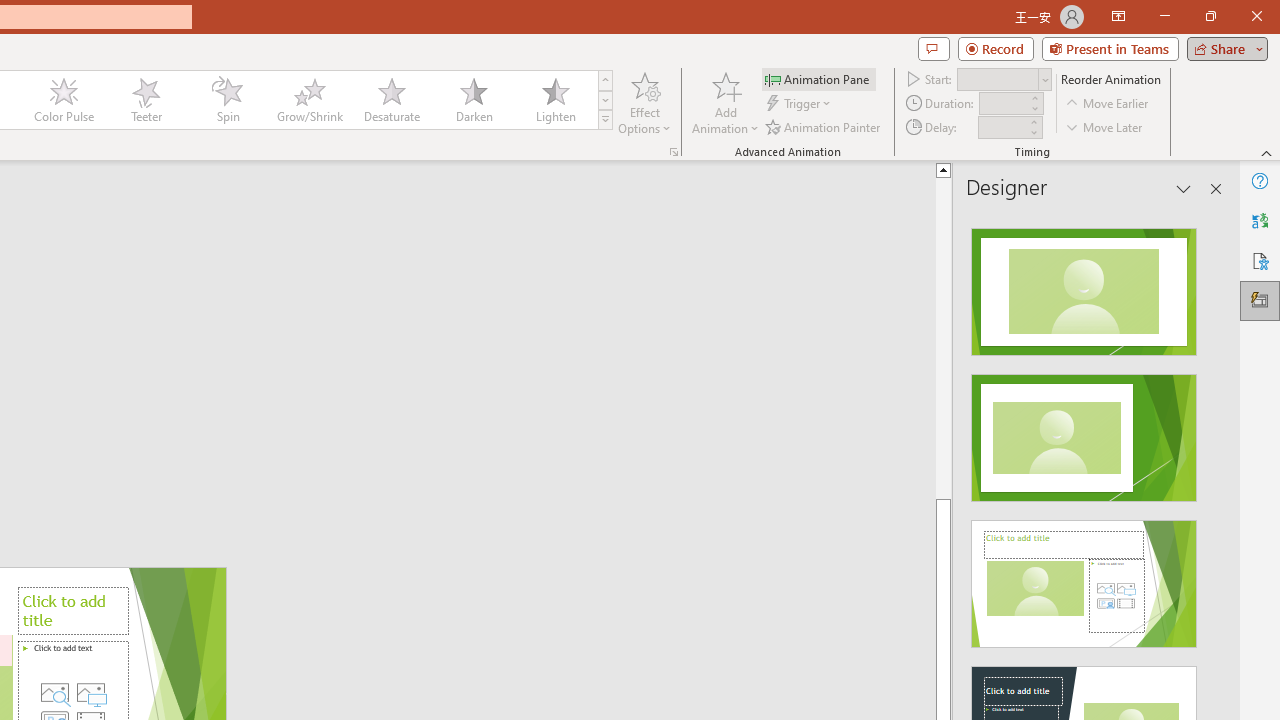 The image size is (1280, 720). Describe the element at coordinates (54, 692) in the screenshot. I see `'Stock Images'` at that location.